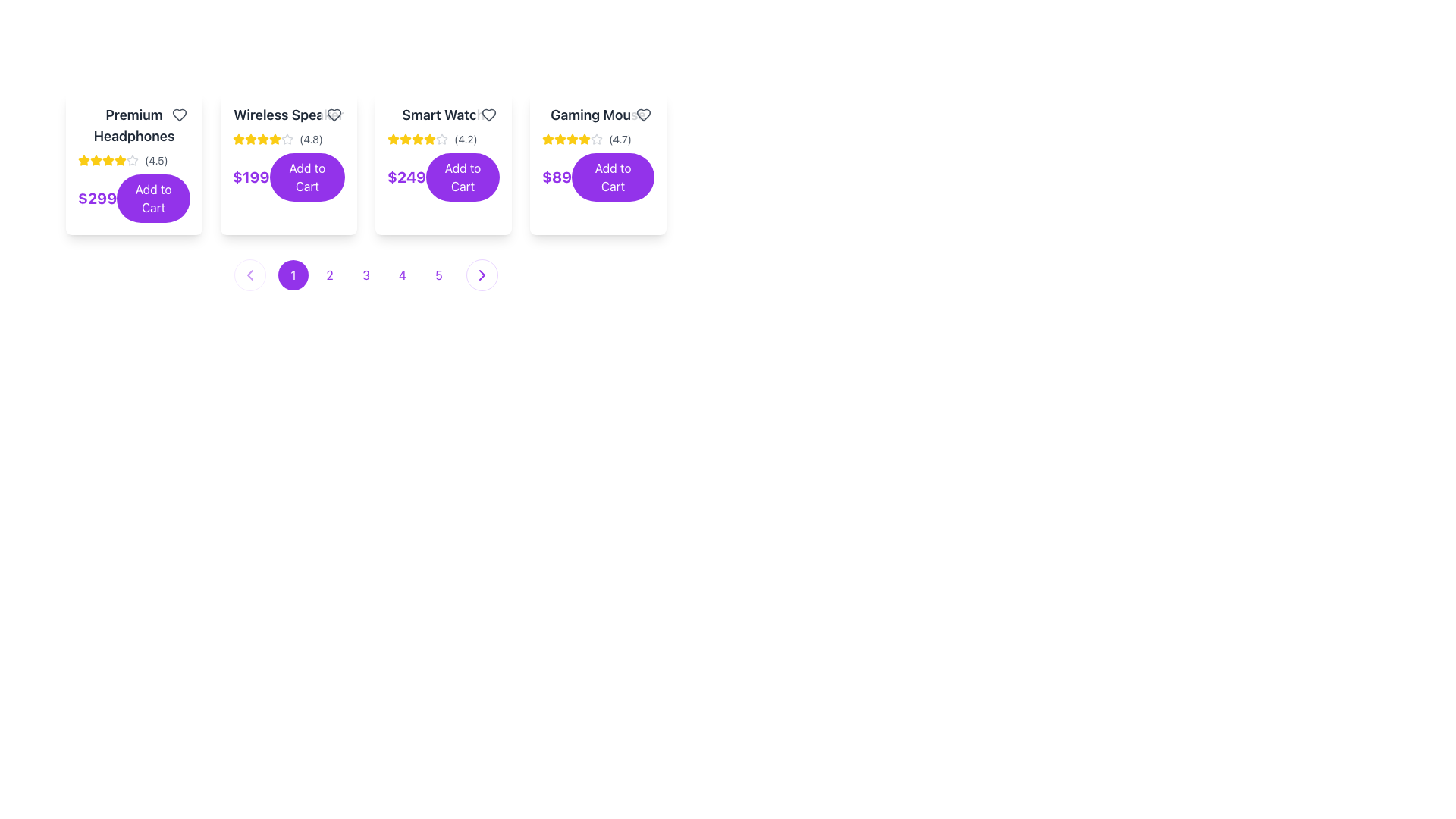  I want to click on the star-shaped icon representing the rating for the 'Gaming Mouse' product card, located at the fourth position in the grid, so click(548, 140).